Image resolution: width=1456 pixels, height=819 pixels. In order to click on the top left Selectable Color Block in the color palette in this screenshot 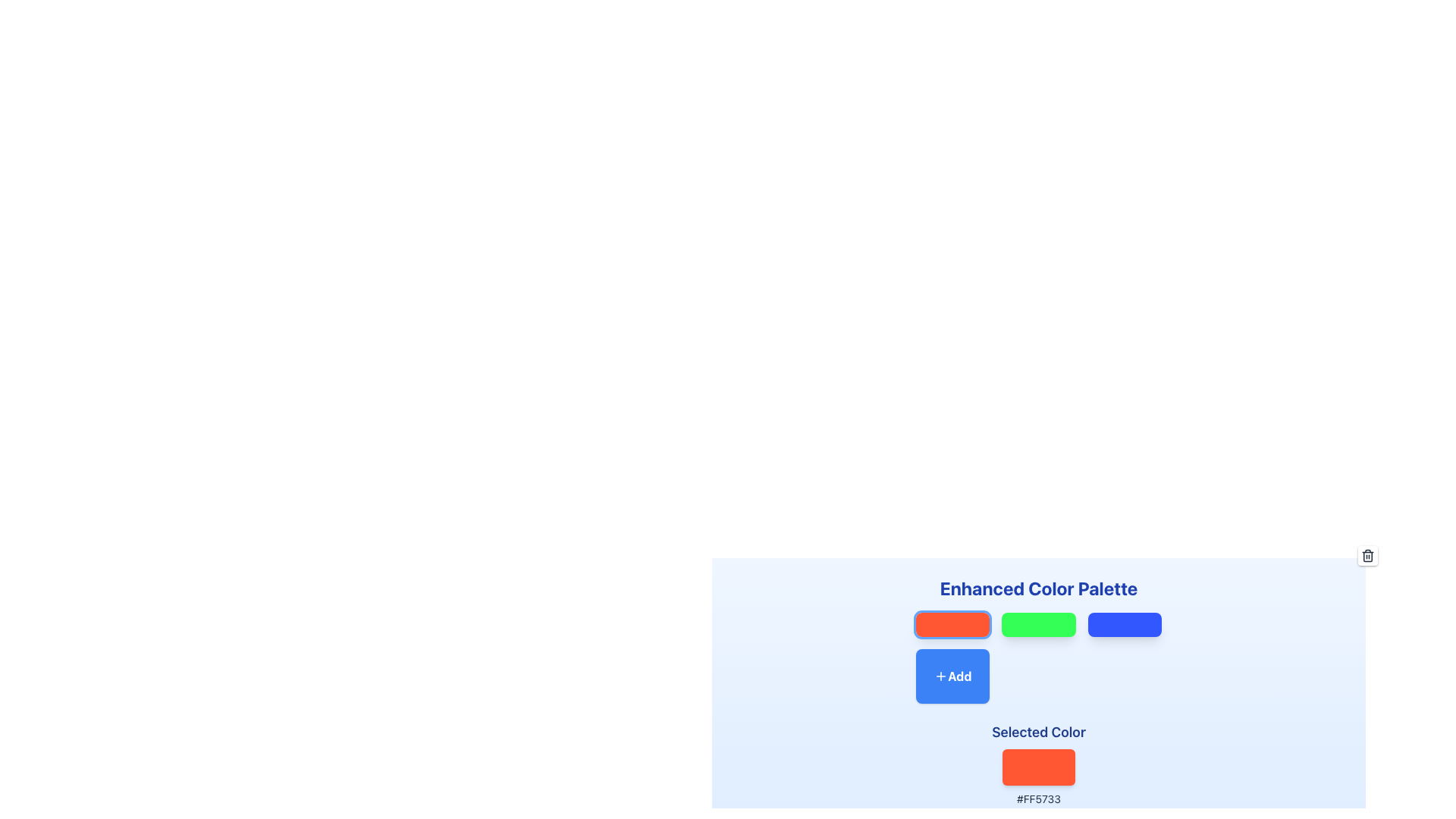, I will do `click(952, 625)`.